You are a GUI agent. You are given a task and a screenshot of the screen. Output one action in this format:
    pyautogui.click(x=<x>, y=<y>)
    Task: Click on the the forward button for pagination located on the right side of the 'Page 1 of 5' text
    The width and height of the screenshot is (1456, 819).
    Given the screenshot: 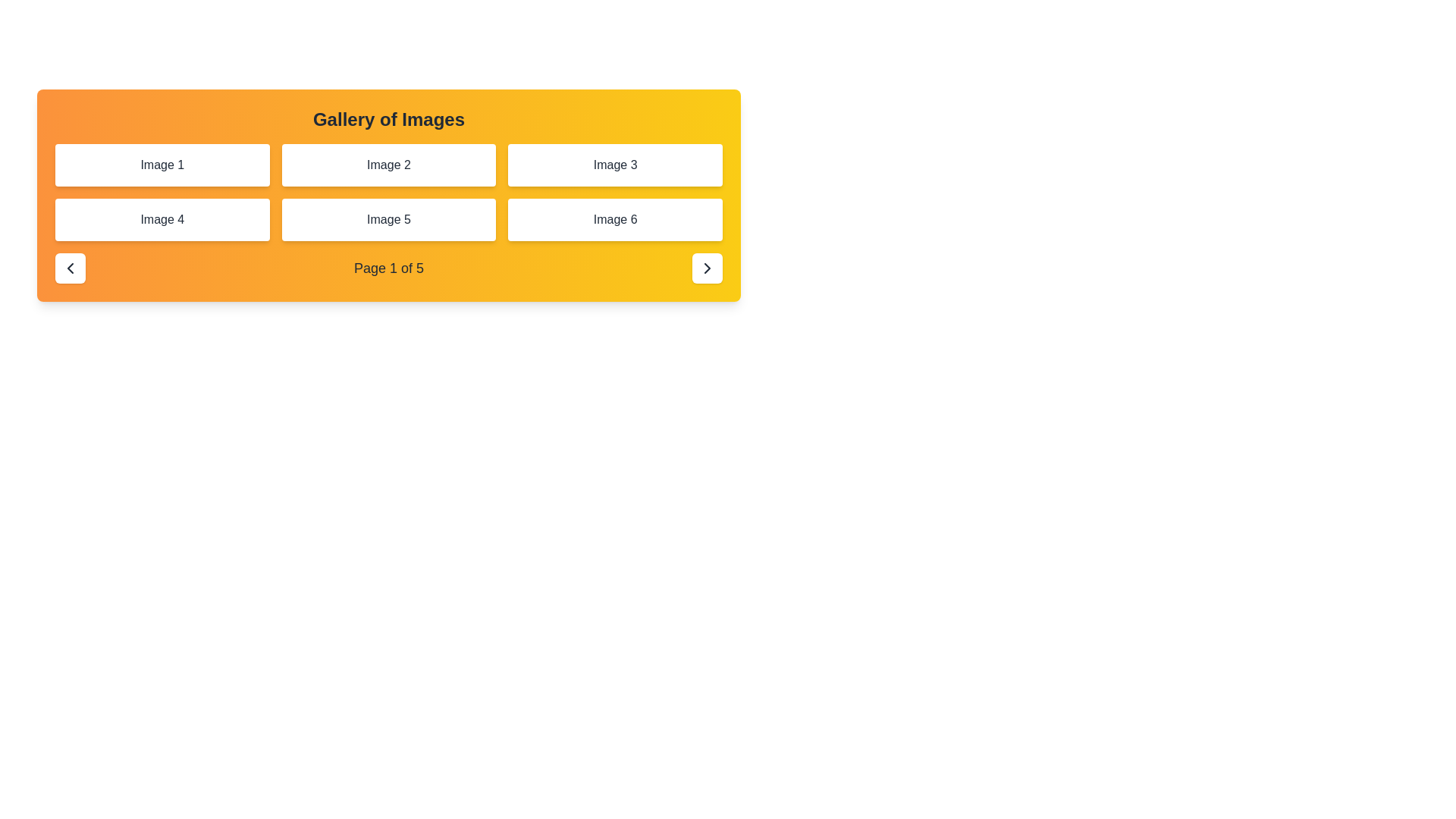 What is the action you would take?
    pyautogui.click(x=706, y=268)
    